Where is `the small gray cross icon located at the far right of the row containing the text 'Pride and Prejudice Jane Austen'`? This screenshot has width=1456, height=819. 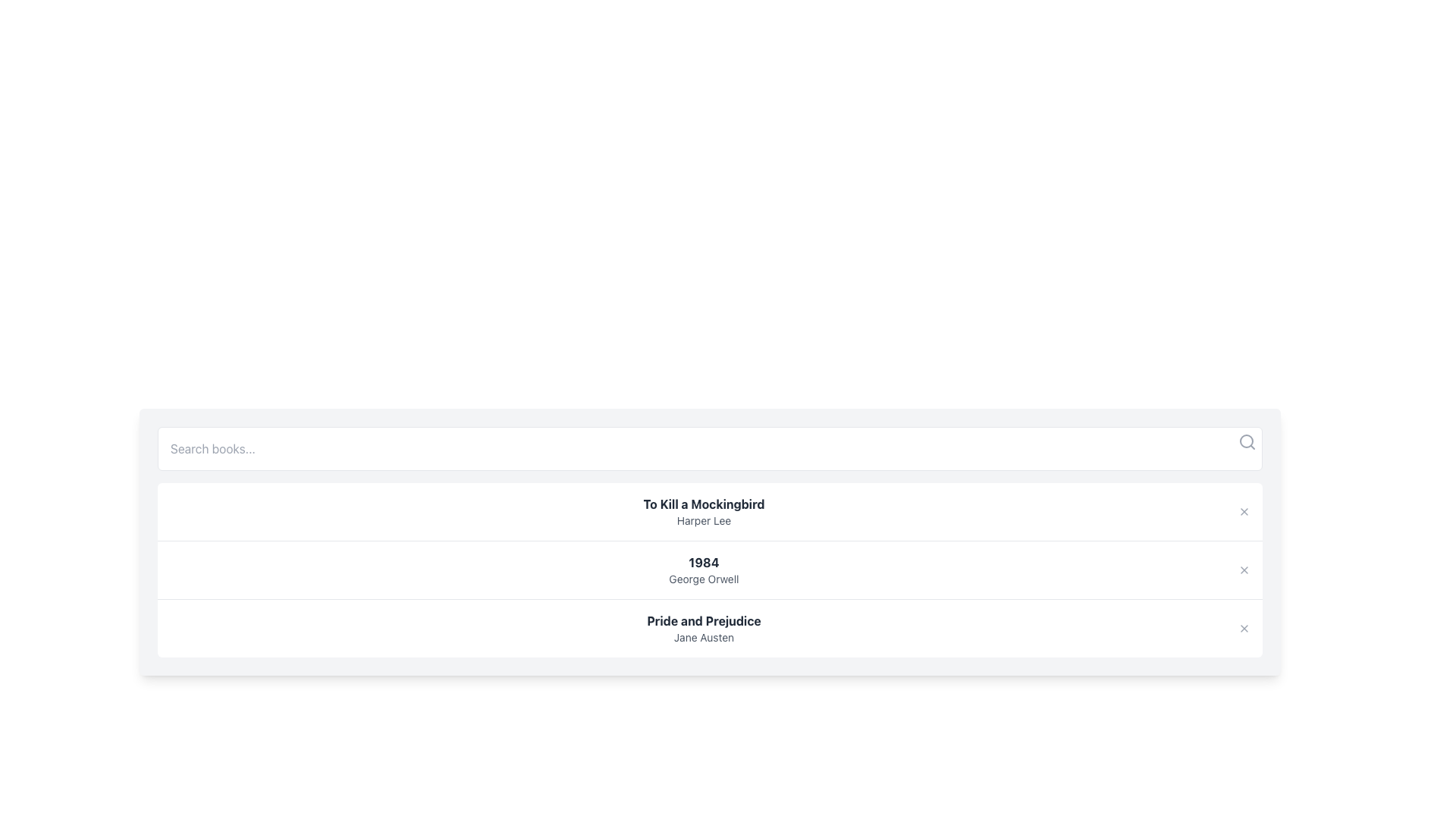
the small gray cross icon located at the far right of the row containing the text 'Pride and Prejudice Jane Austen' is located at coordinates (1244, 629).